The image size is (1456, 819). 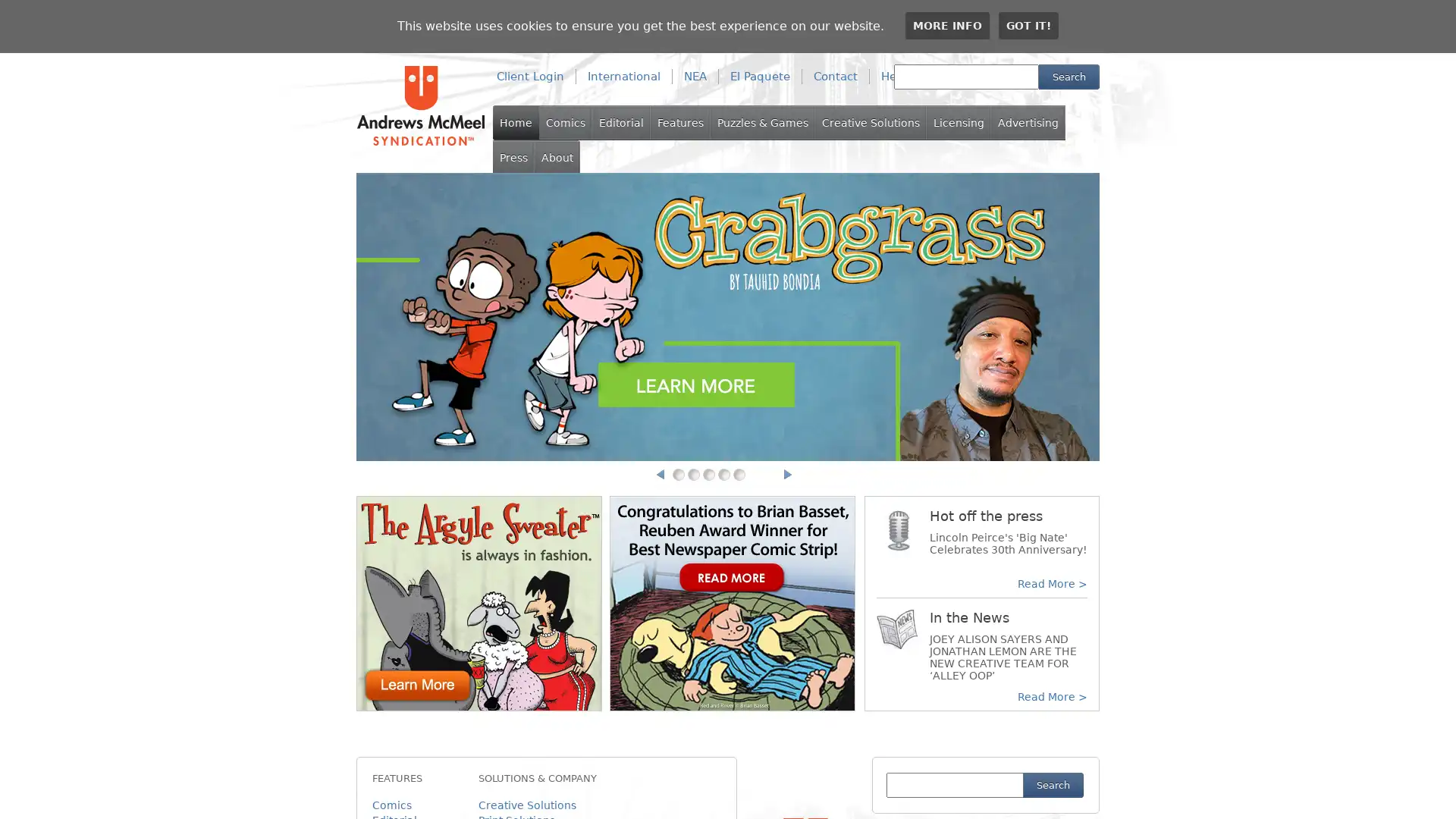 I want to click on Search, so click(x=1052, y=785).